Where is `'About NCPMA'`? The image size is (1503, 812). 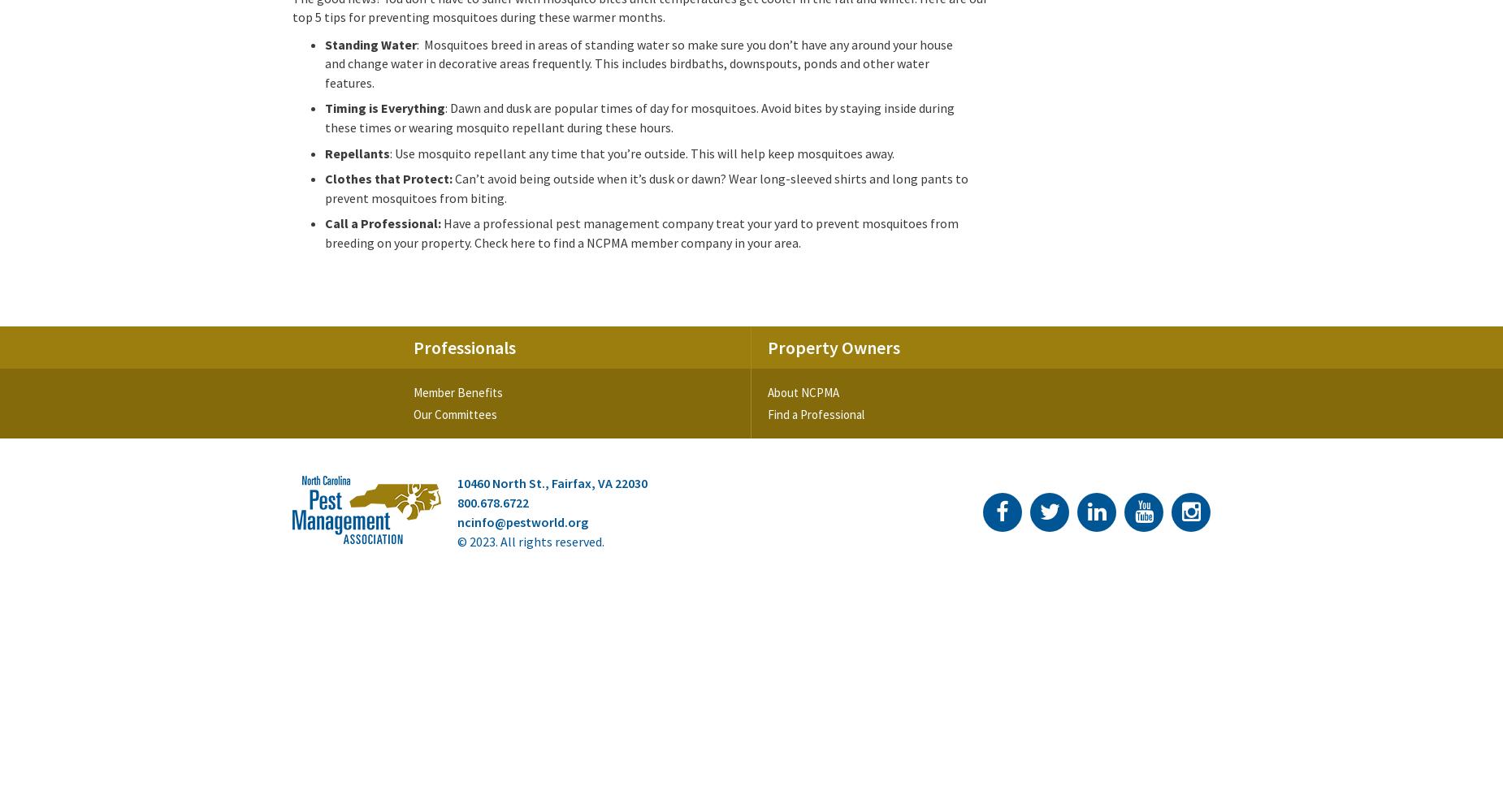 'About NCPMA' is located at coordinates (803, 391).